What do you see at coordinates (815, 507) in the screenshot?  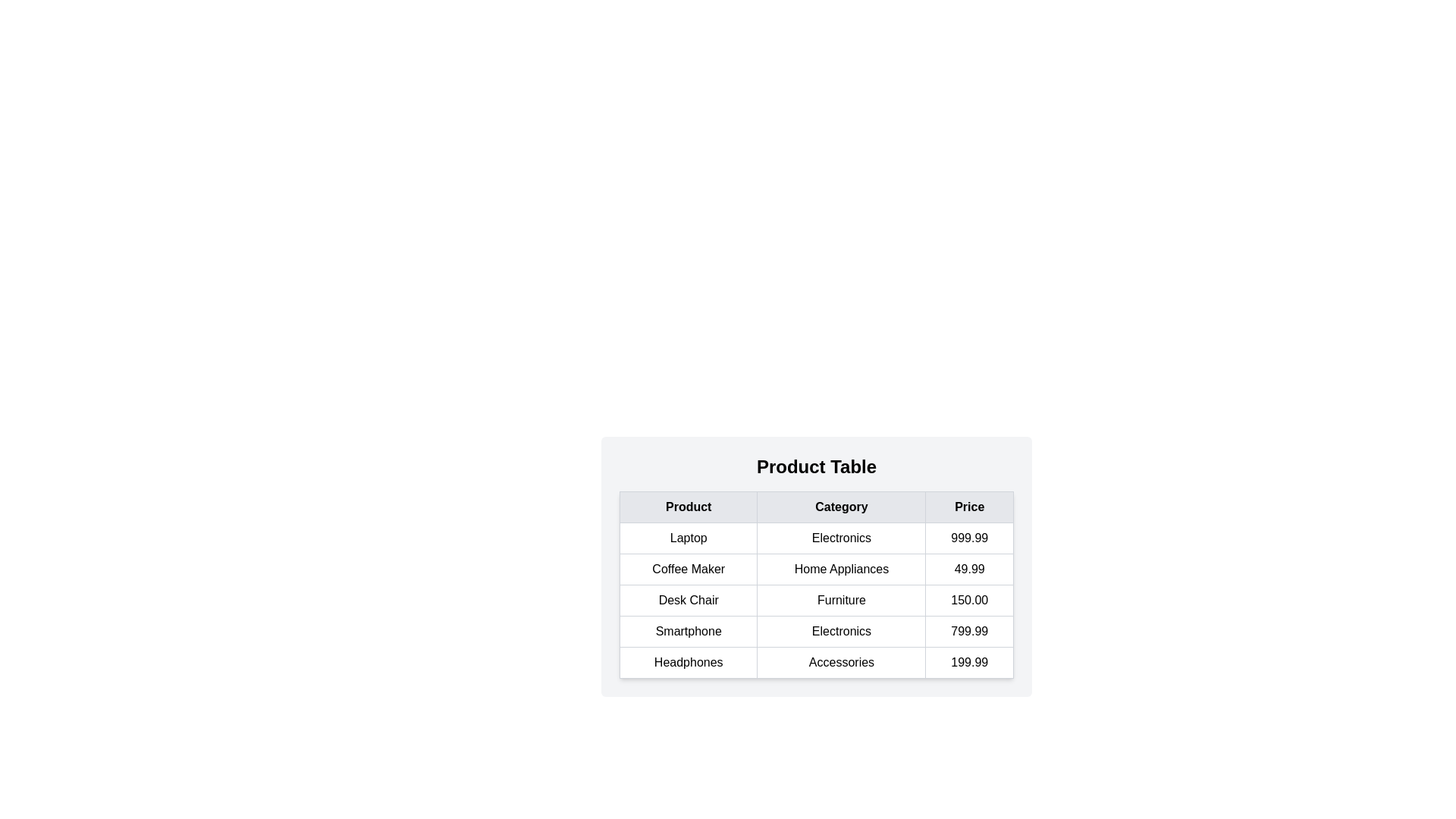 I see `the table header row, which is the top-most row of a centrally positioned table that serves as a header providing column titles` at bounding box center [815, 507].